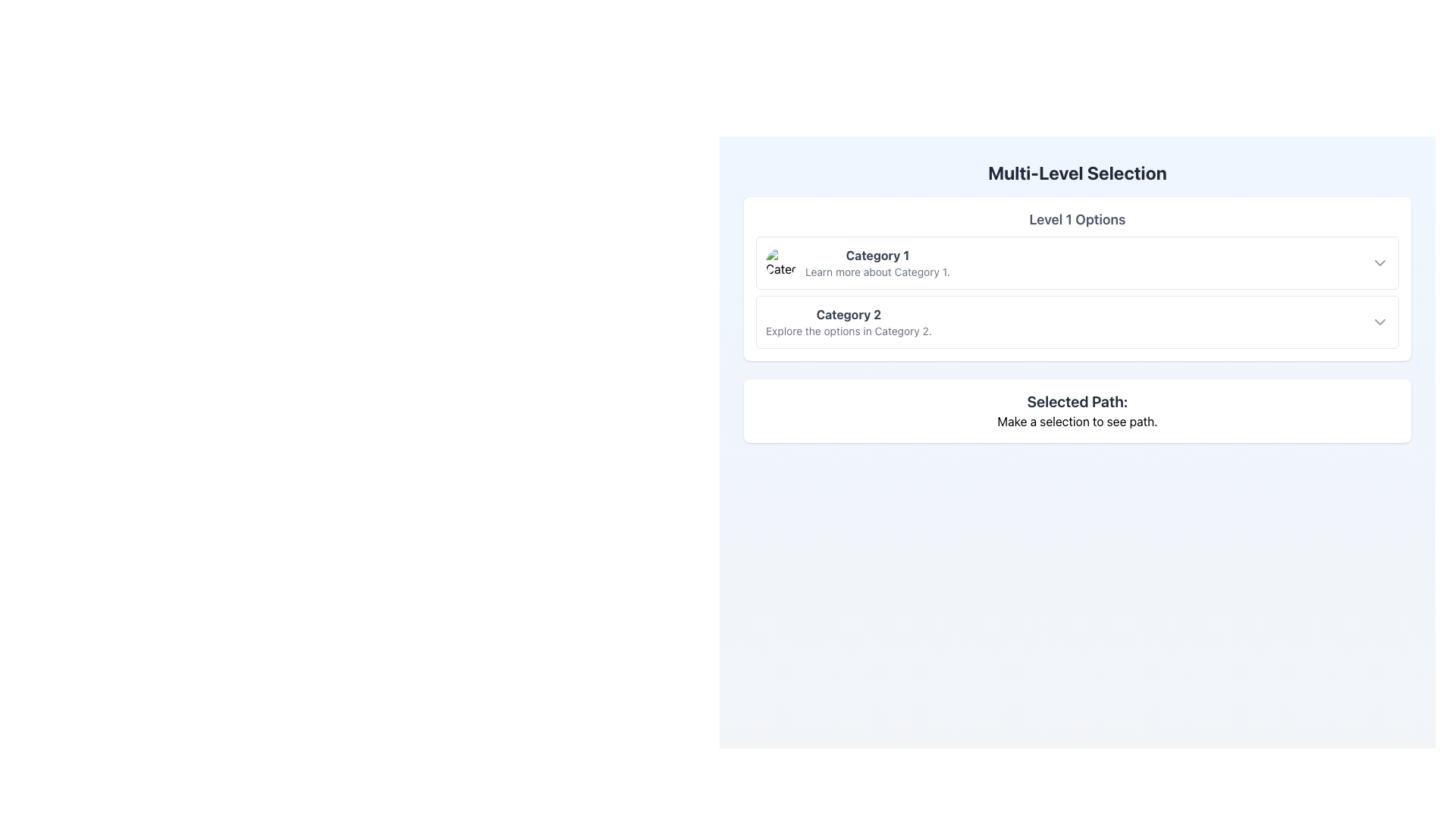  What do you see at coordinates (848, 330) in the screenshot?
I see `the supplementary information text related to 'Category 2' located beneath the 'Category 2' header` at bounding box center [848, 330].